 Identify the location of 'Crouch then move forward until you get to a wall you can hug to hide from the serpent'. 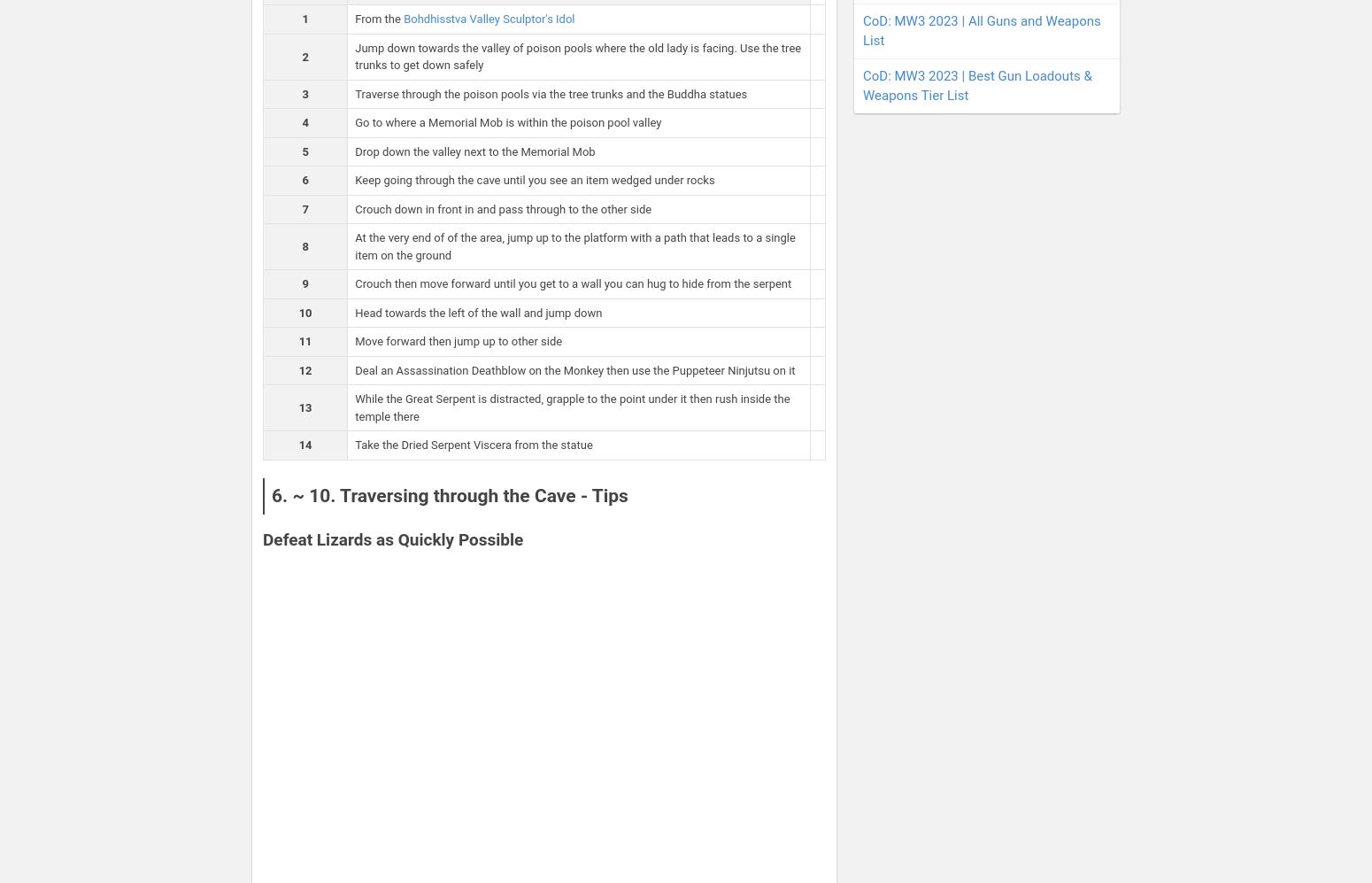
(572, 283).